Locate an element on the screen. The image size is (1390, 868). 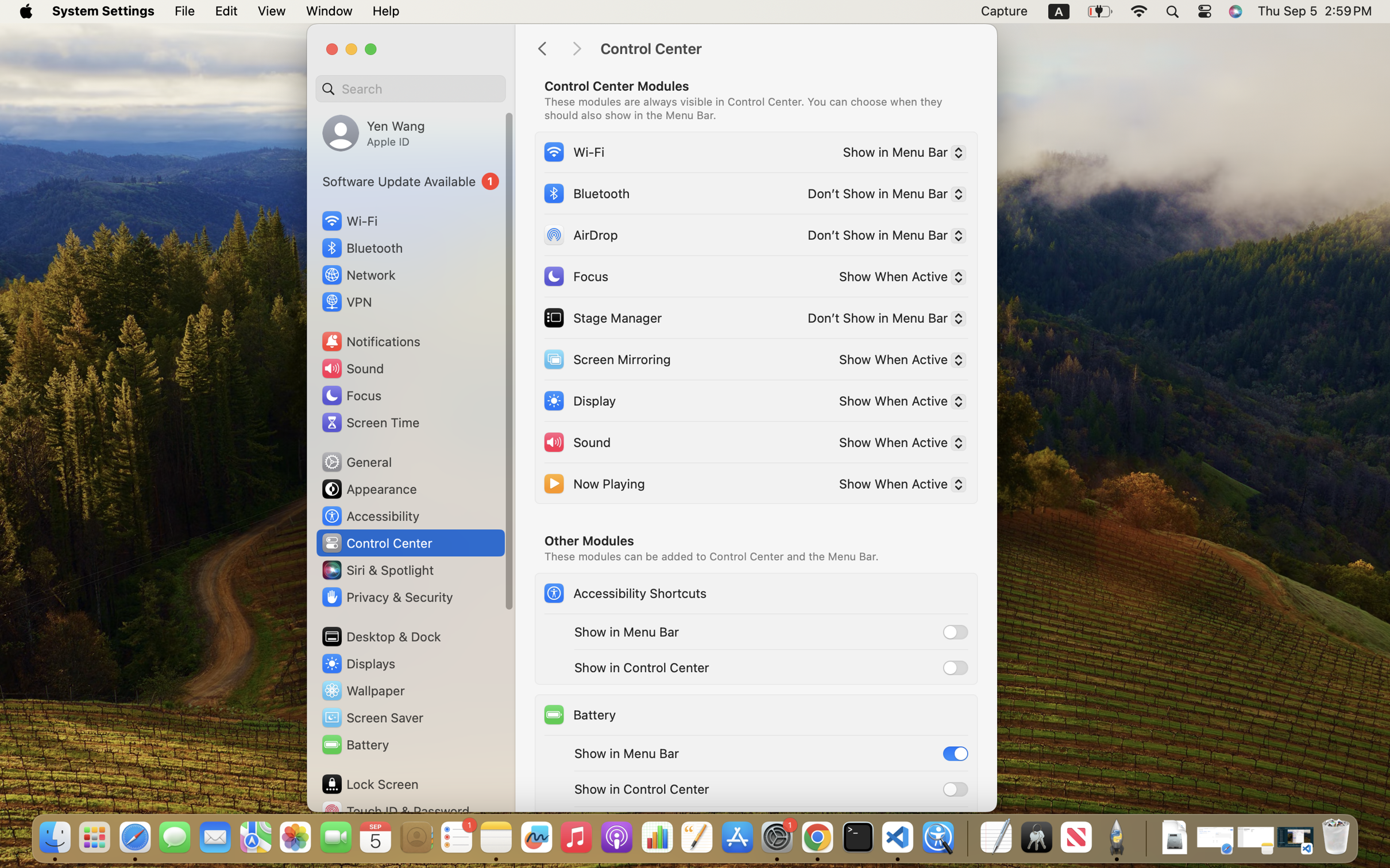
'Notifications' is located at coordinates (370, 340).